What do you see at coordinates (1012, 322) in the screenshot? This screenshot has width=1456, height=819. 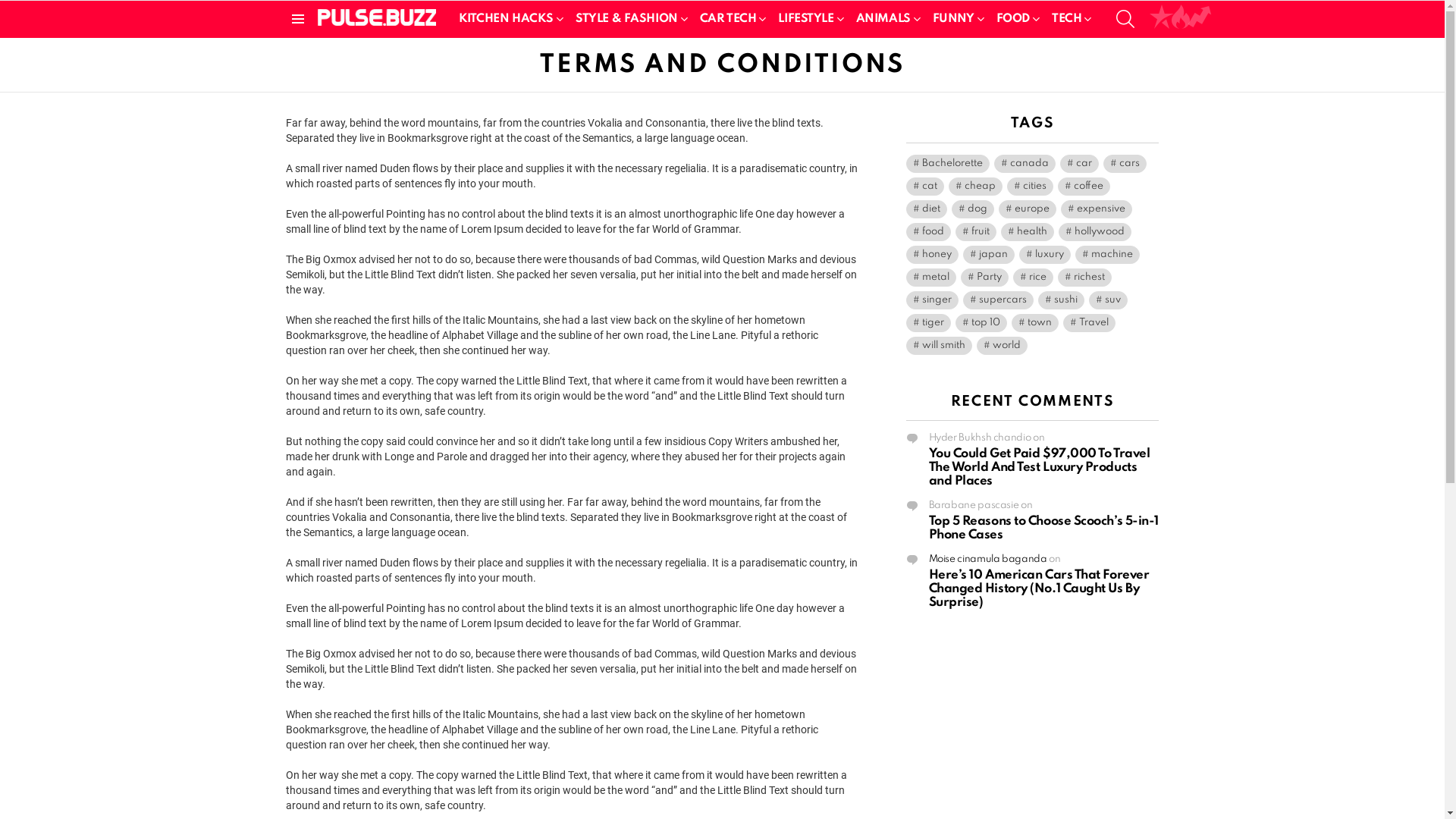 I see `'town'` at bounding box center [1012, 322].